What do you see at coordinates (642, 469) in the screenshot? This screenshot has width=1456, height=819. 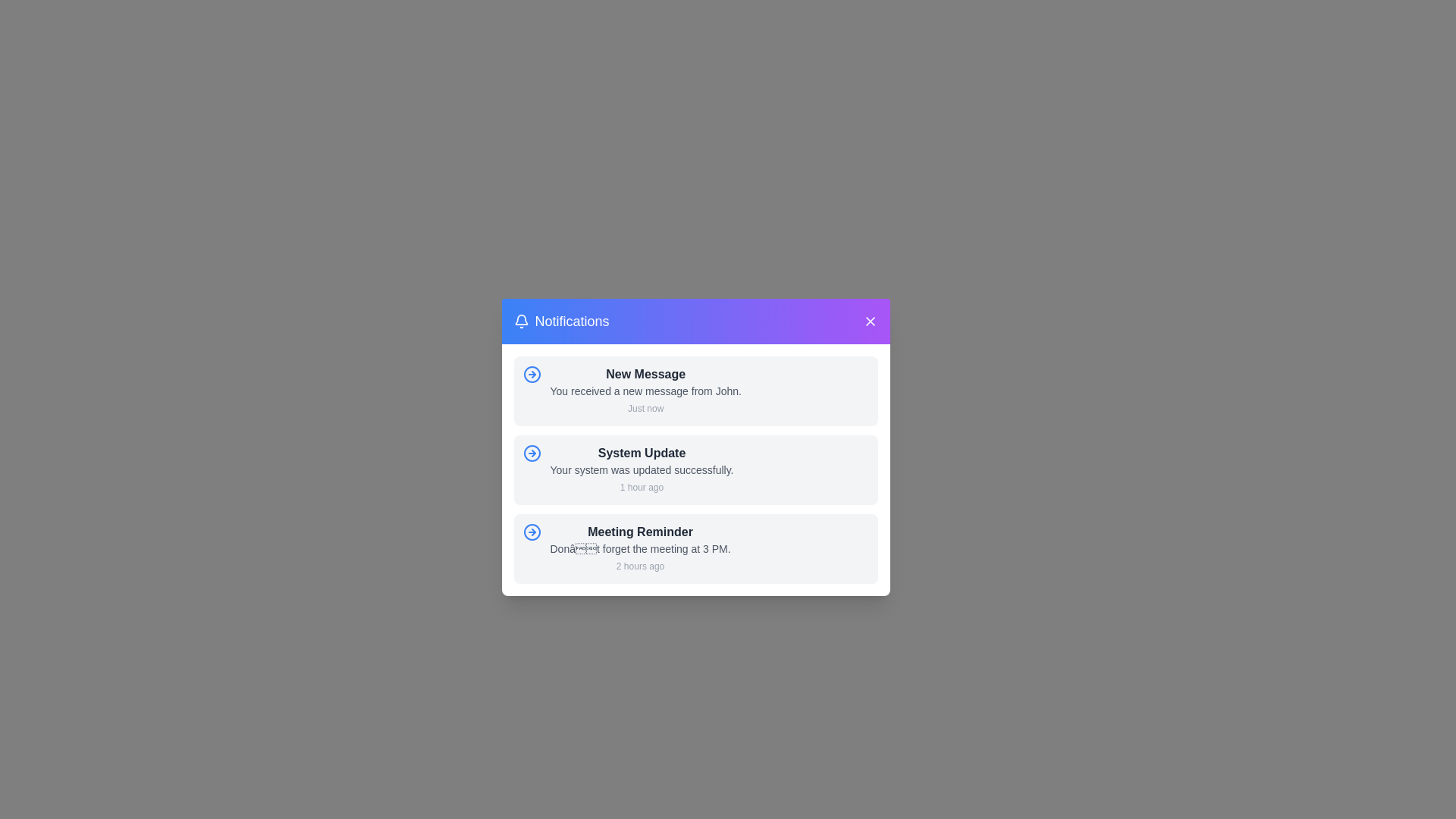 I see `the Text Label which indicates that the system update was completed successfully, located in the notification panel below the headline 'System Update' and above the timestamp '1 hour ago'` at bounding box center [642, 469].